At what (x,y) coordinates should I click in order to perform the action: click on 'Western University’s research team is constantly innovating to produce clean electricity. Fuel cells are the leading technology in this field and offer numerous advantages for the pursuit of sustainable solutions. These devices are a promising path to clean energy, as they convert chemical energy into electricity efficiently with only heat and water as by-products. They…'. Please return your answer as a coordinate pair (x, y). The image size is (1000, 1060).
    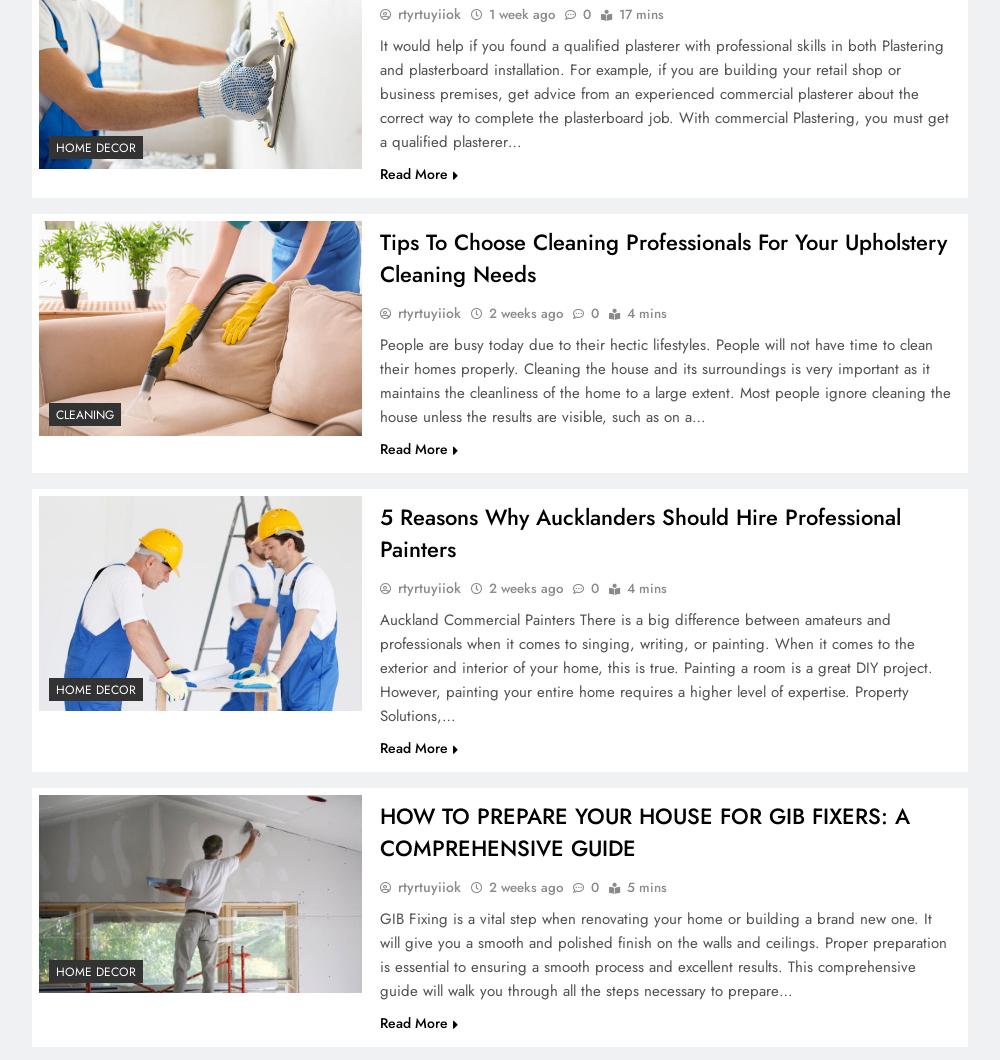
    Looking at the image, I should click on (663, 254).